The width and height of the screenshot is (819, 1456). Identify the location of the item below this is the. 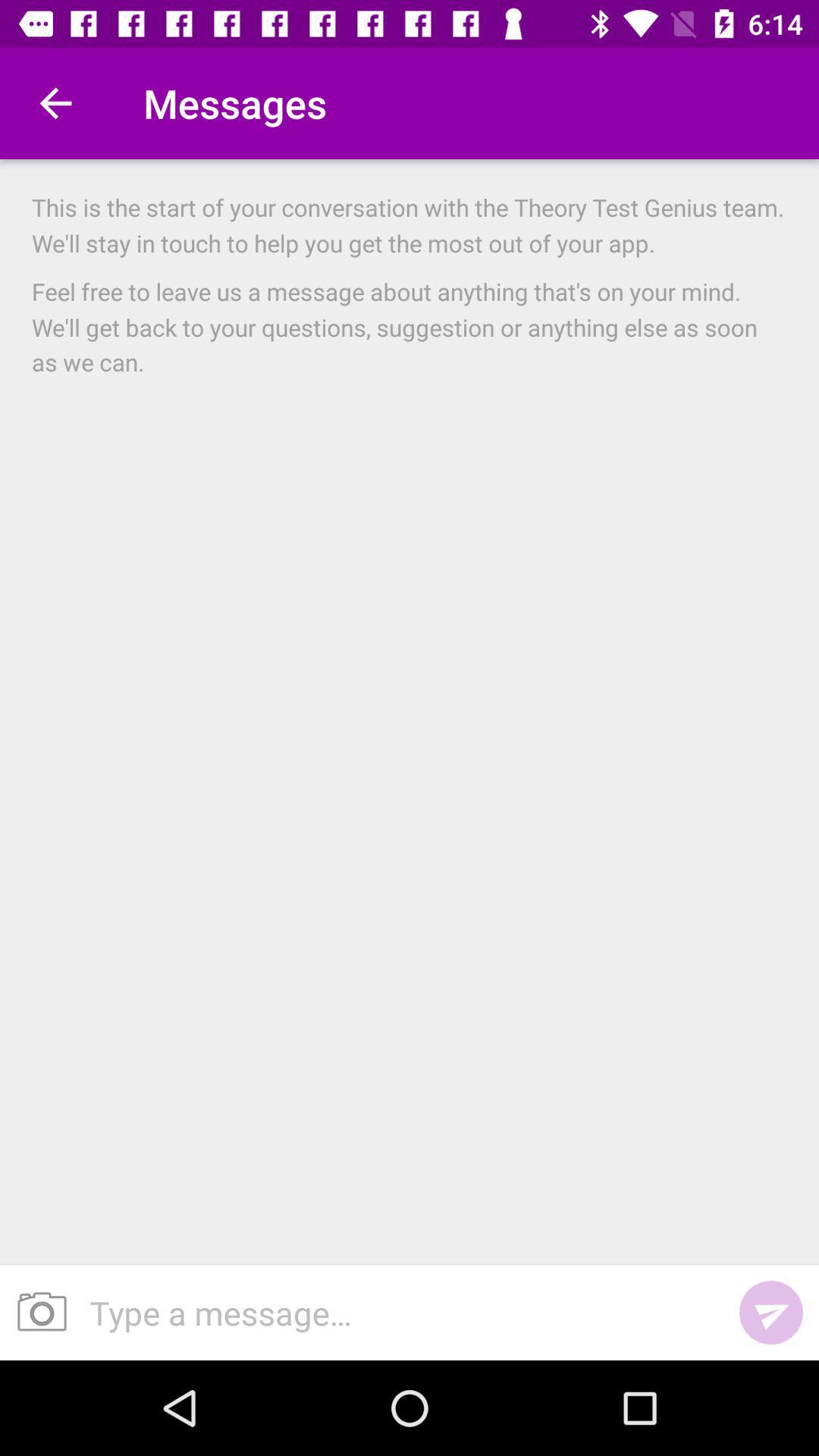
(409, 325).